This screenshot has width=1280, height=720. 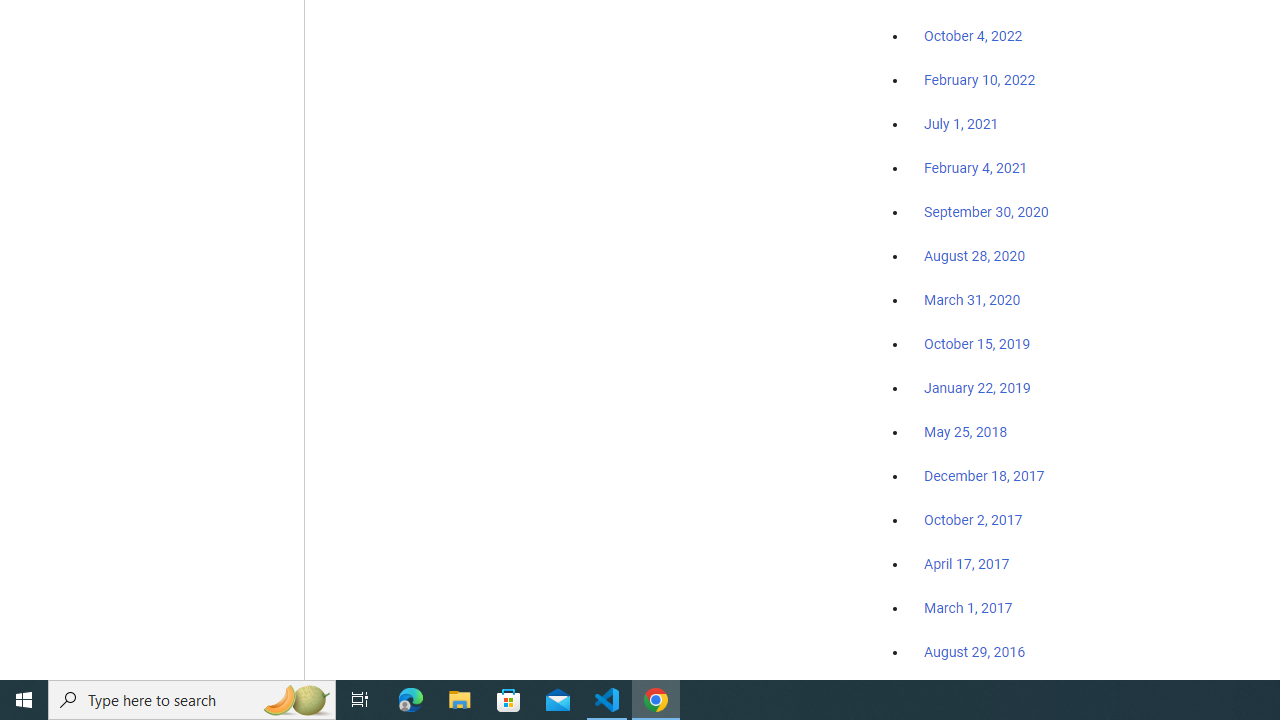 I want to click on 'April 17, 2017', so click(x=967, y=564).